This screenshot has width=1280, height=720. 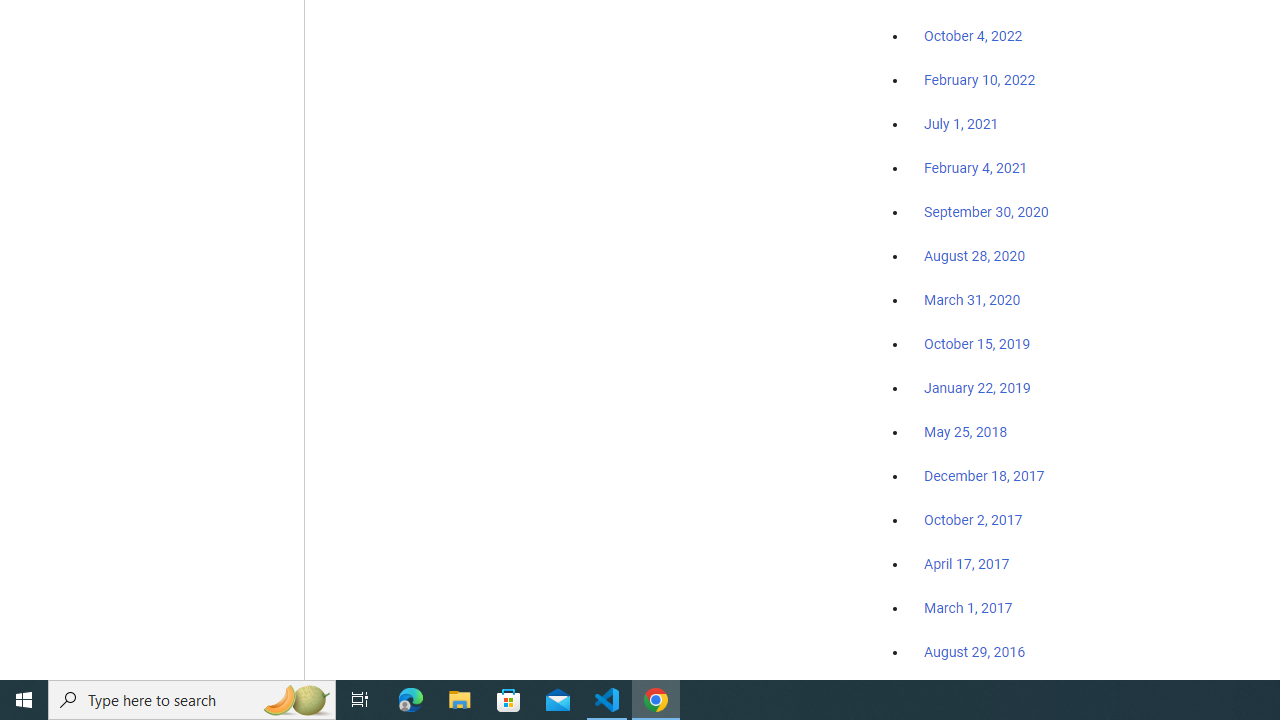 I want to click on 'April 17, 2017', so click(x=967, y=564).